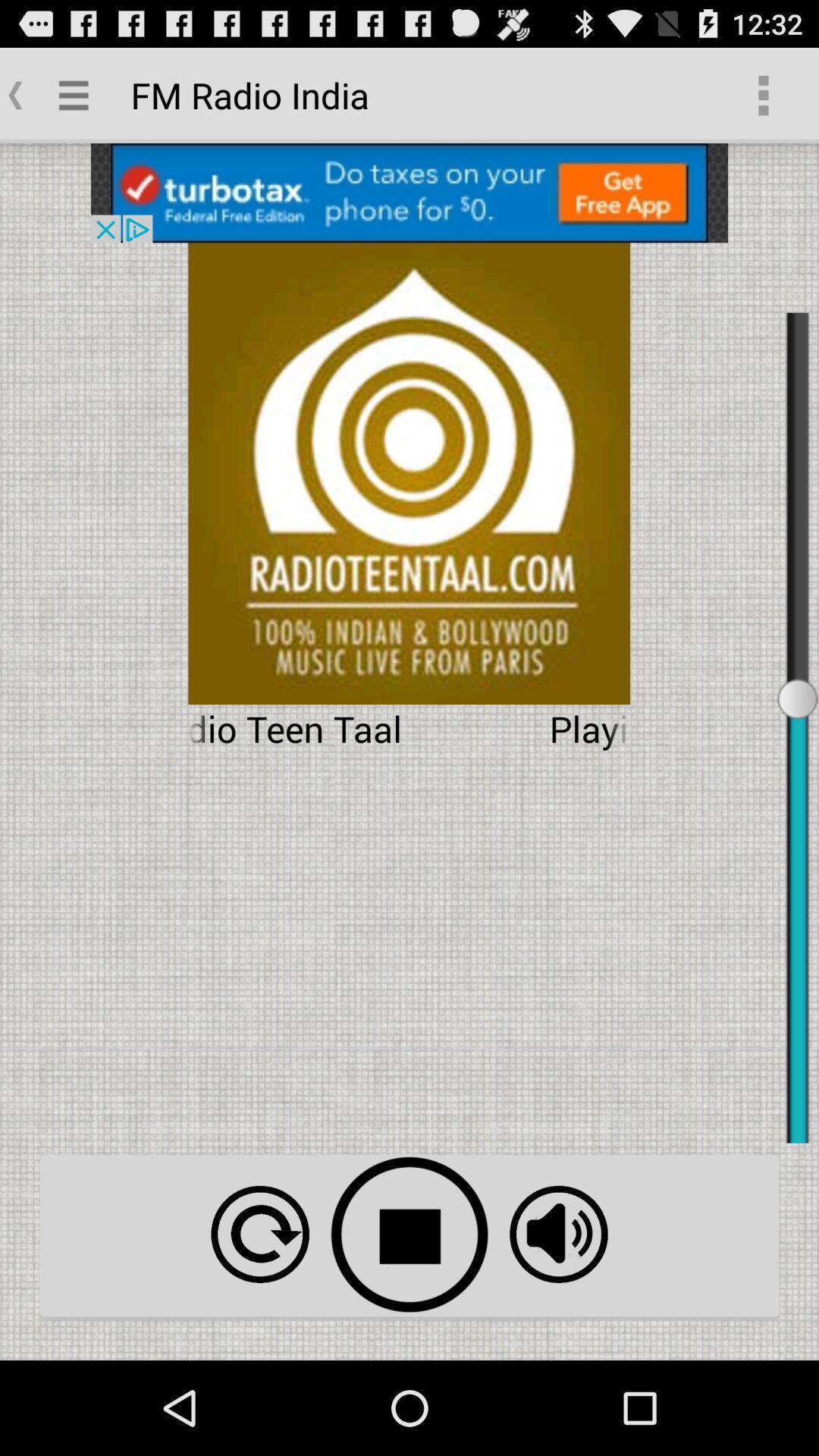 The image size is (819, 1456). What do you see at coordinates (259, 1234) in the screenshot?
I see `repeat` at bounding box center [259, 1234].